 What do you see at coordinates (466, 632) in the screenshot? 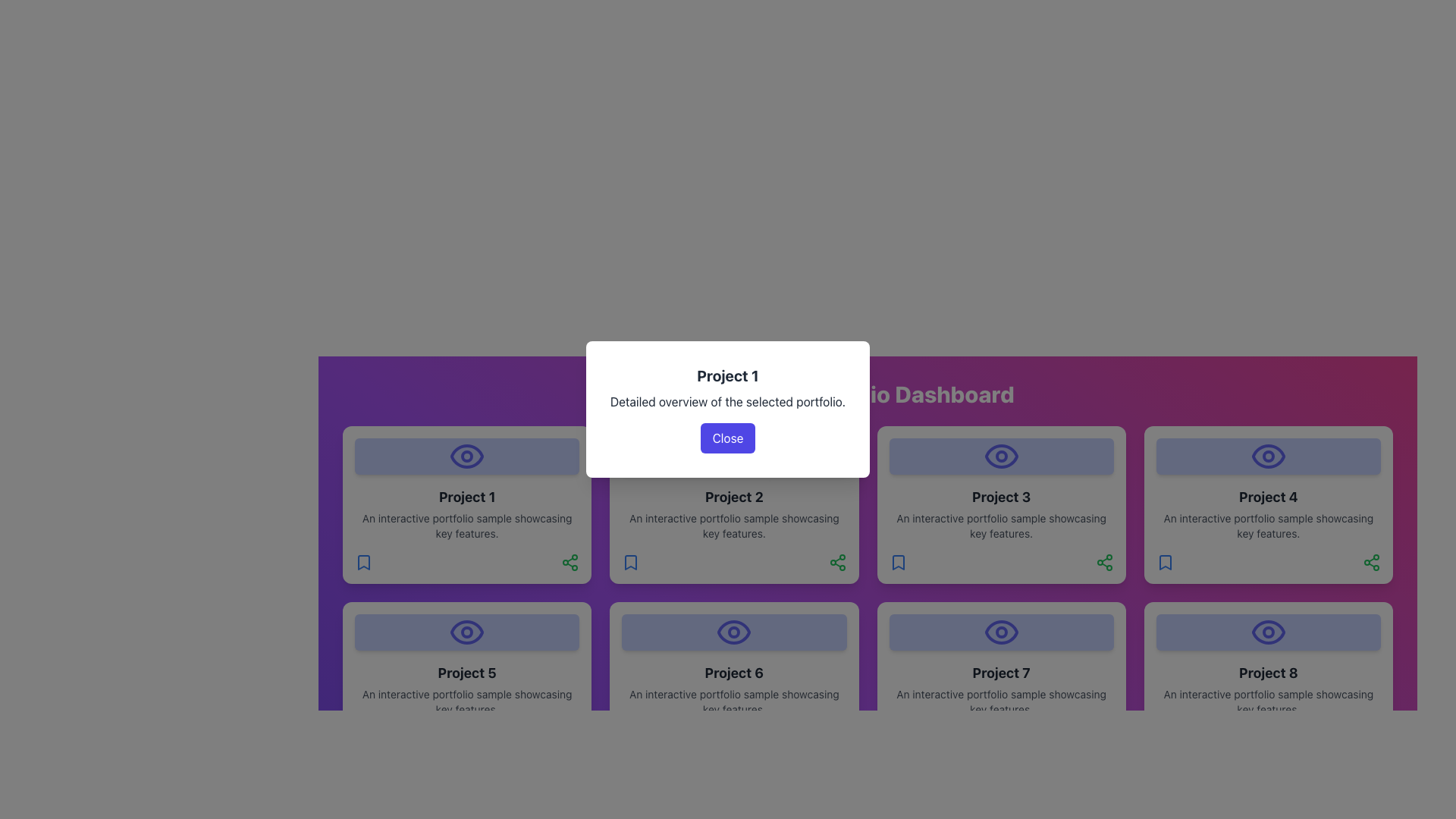
I see `the eye icon positioned at the center of the blue button above the label 'Project 5' in the portfolio grid interface` at bounding box center [466, 632].